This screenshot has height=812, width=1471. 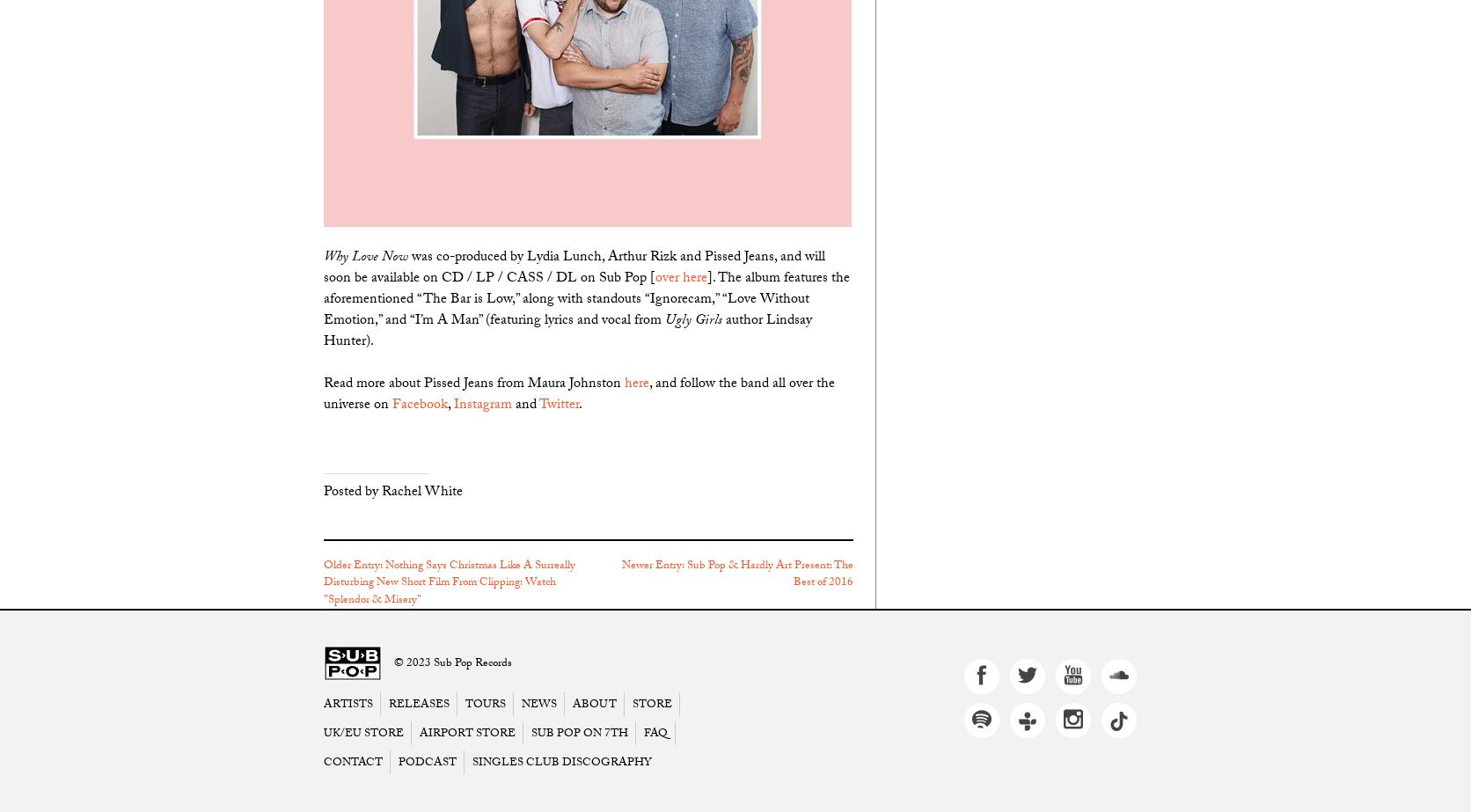 I want to click on ']. The album features the aforementioned “The Bar is Low,” along with standouts “Ignorecam,” “Love Without Emotion,” and “I’m A Man” (featuring lyrics and vocal from', so click(x=586, y=299).